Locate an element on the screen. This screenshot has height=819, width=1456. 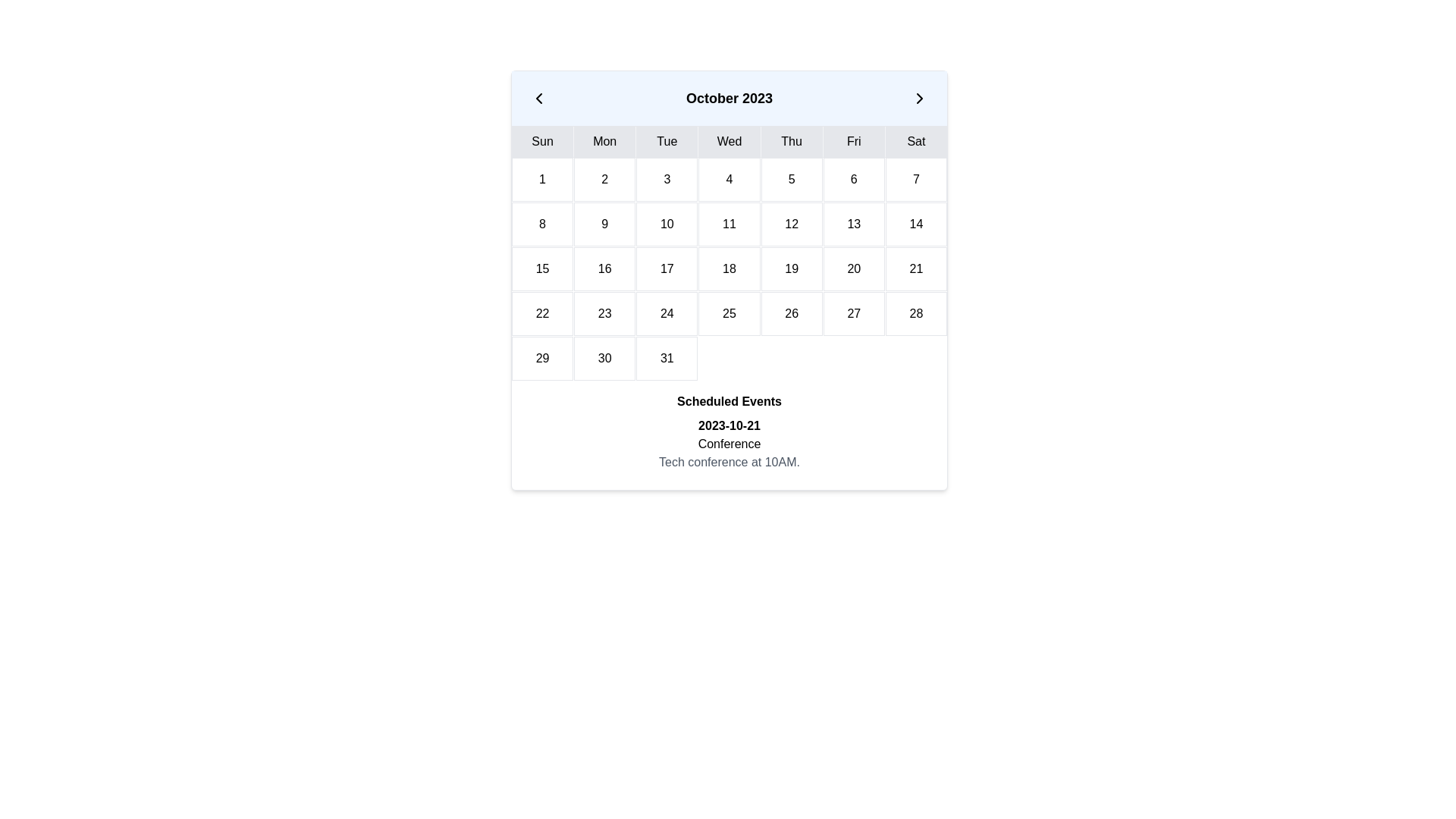
the calendar date cell representing the 8th day of the month, located in the second row and first column under the 'Sun' header is located at coordinates (542, 224).